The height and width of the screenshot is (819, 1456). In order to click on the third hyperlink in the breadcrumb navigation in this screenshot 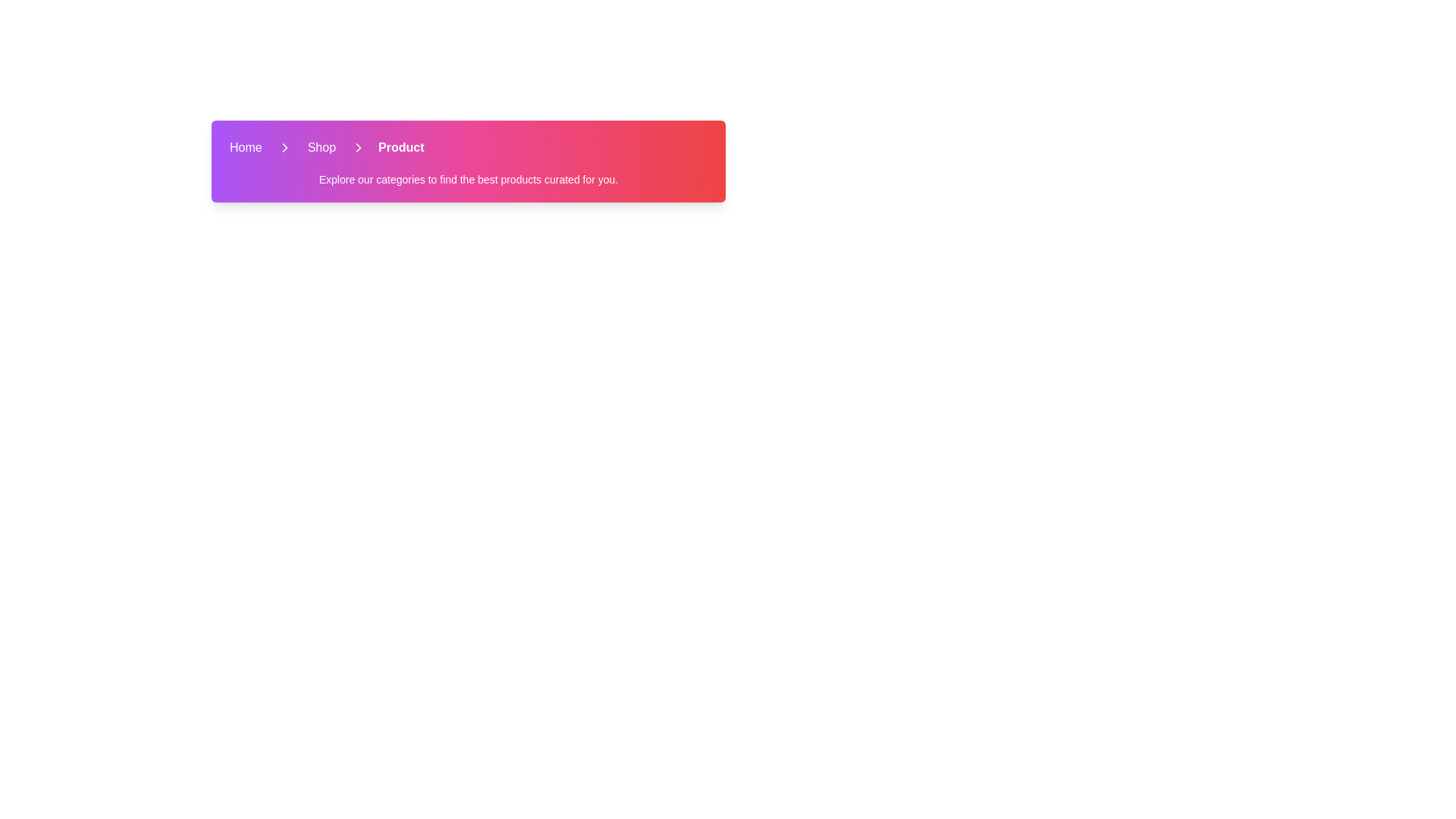, I will do `click(401, 148)`.